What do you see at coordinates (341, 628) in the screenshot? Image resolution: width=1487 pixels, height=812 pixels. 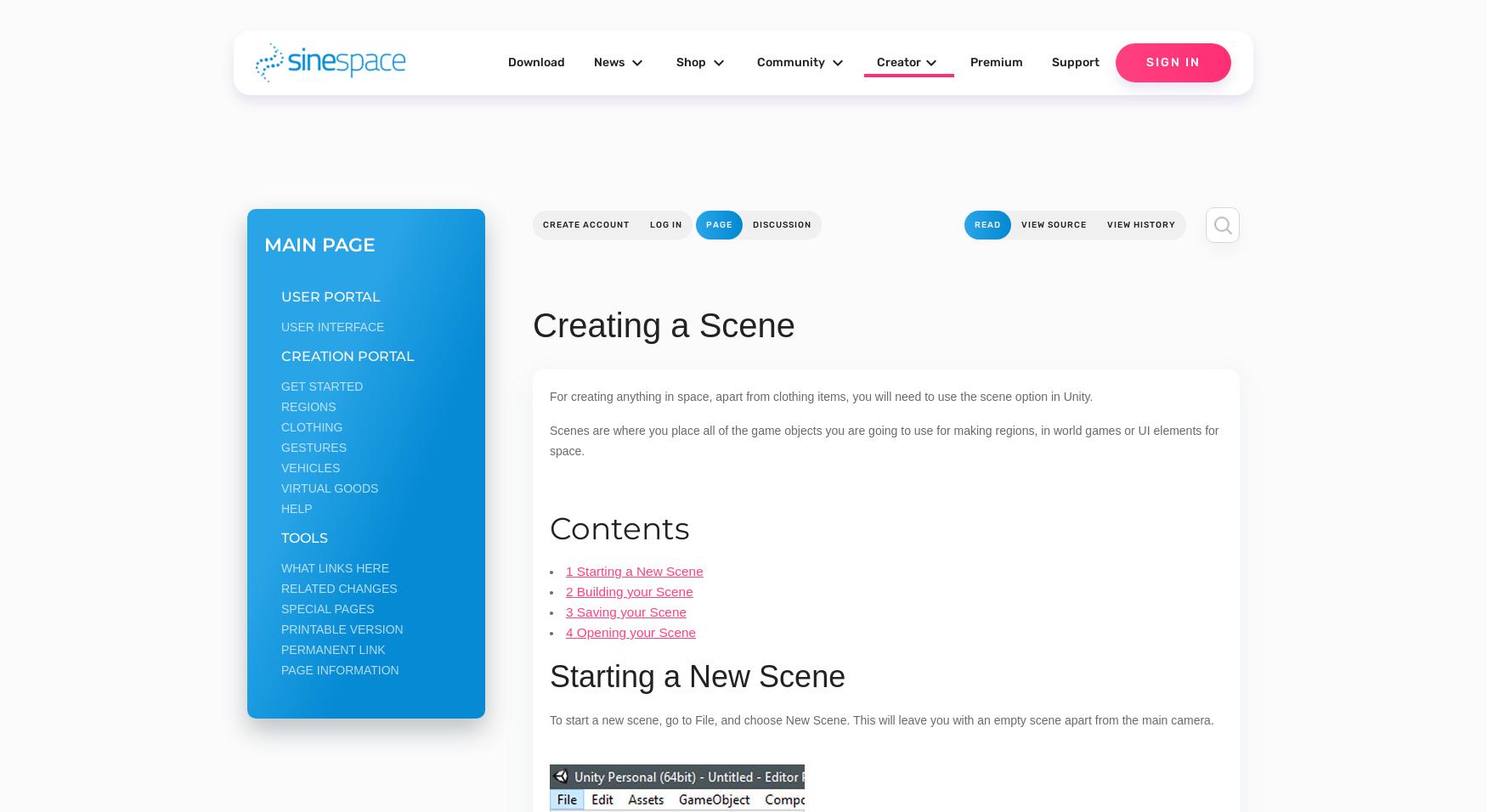 I see `'Printable version'` at bounding box center [341, 628].